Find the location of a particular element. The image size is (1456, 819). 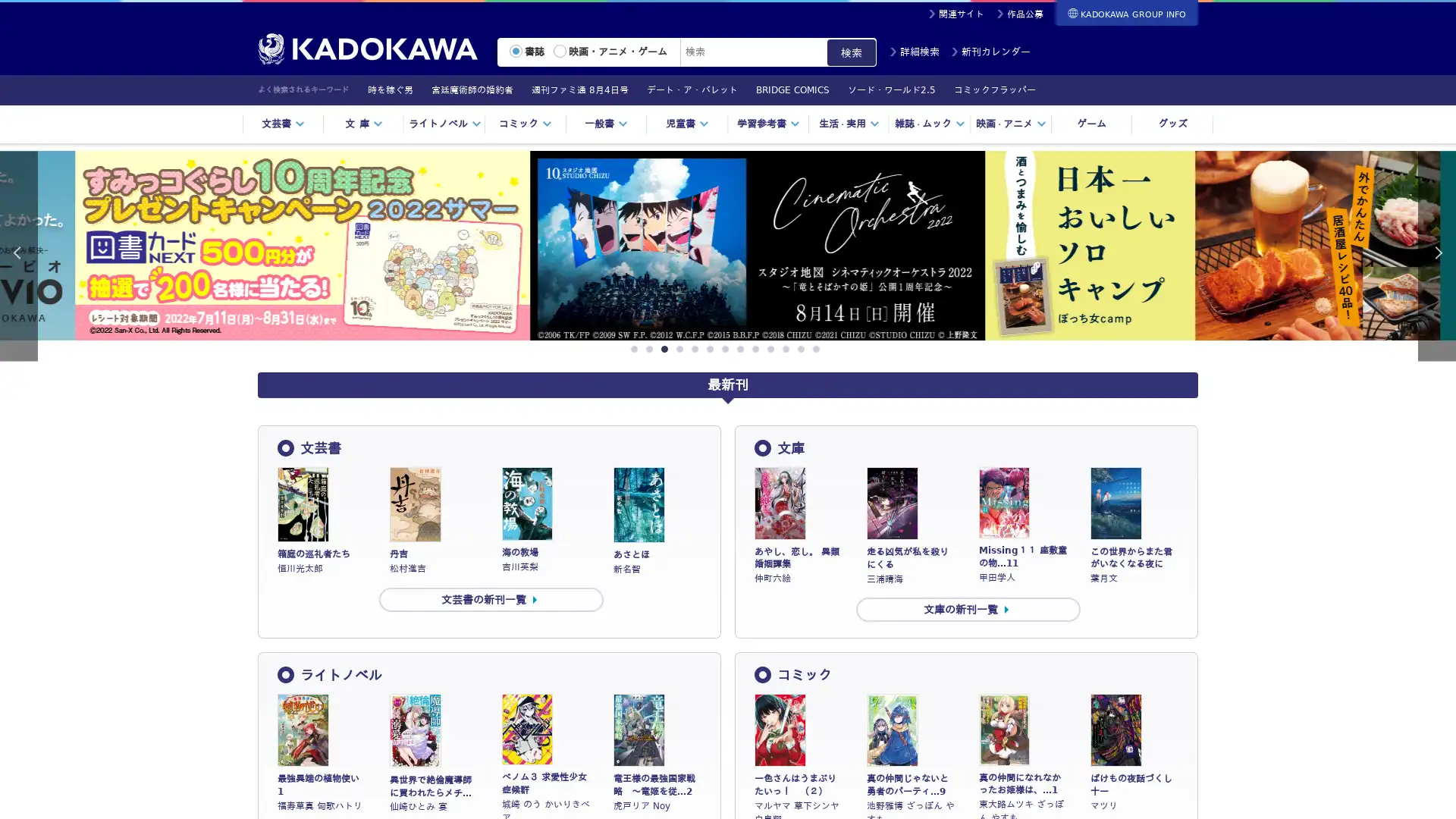

? 7 is located at coordinates (808, 114).